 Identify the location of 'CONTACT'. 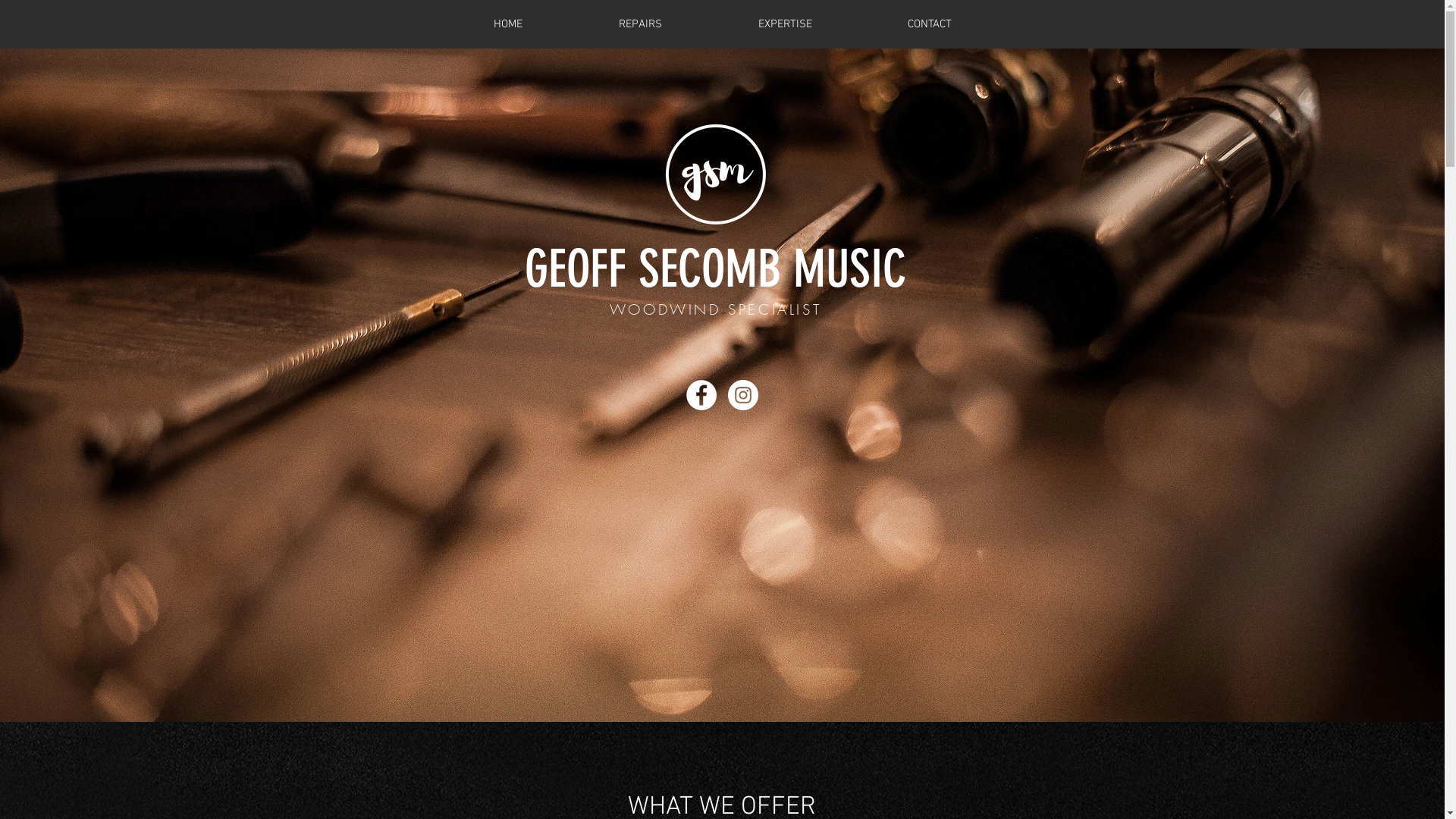
(859, 24).